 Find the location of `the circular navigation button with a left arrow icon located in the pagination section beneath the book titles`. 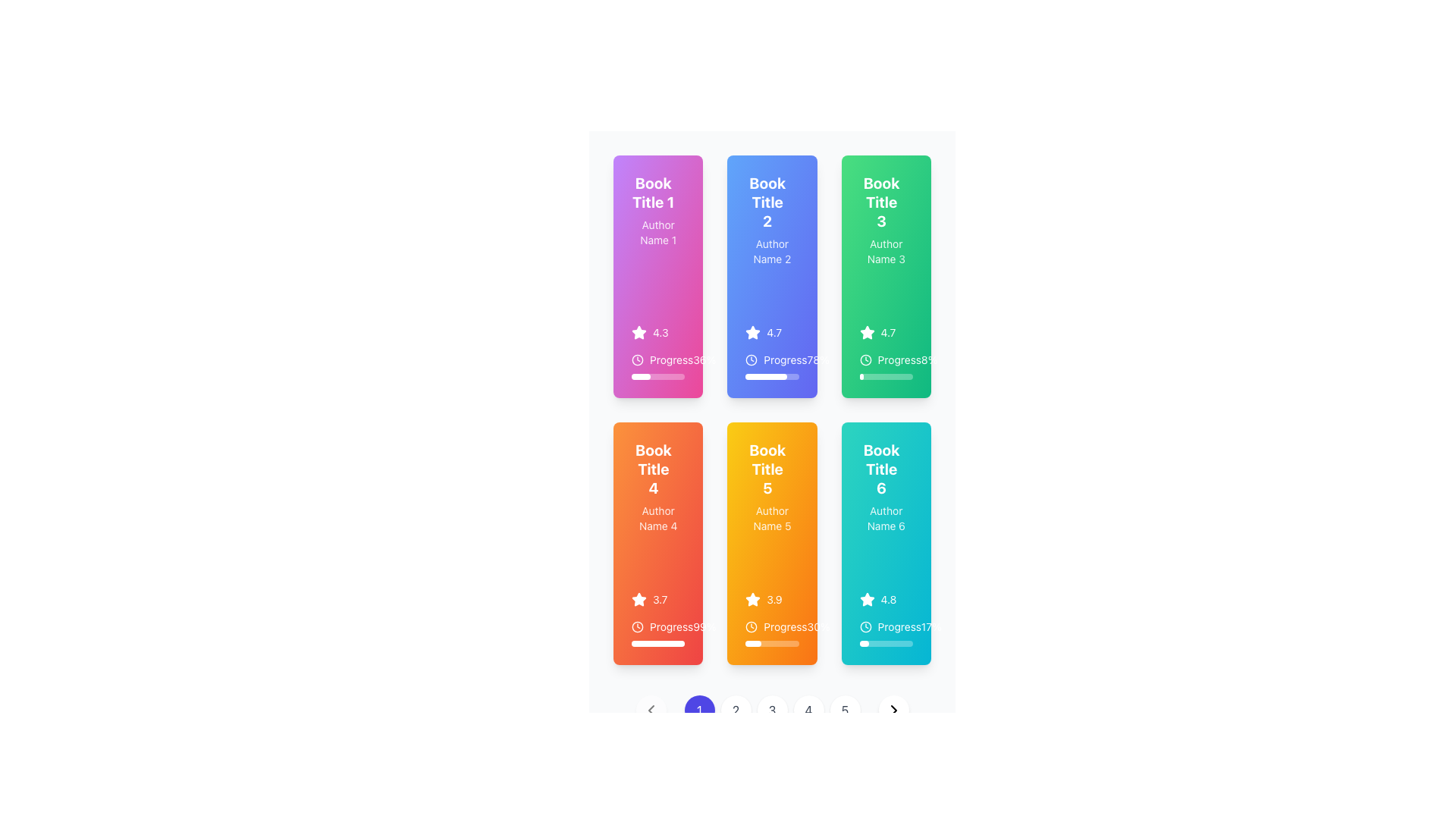

the circular navigation button with a left arrow icon located in the pagination section beneath the book titles is located at coordinates (651, 711).